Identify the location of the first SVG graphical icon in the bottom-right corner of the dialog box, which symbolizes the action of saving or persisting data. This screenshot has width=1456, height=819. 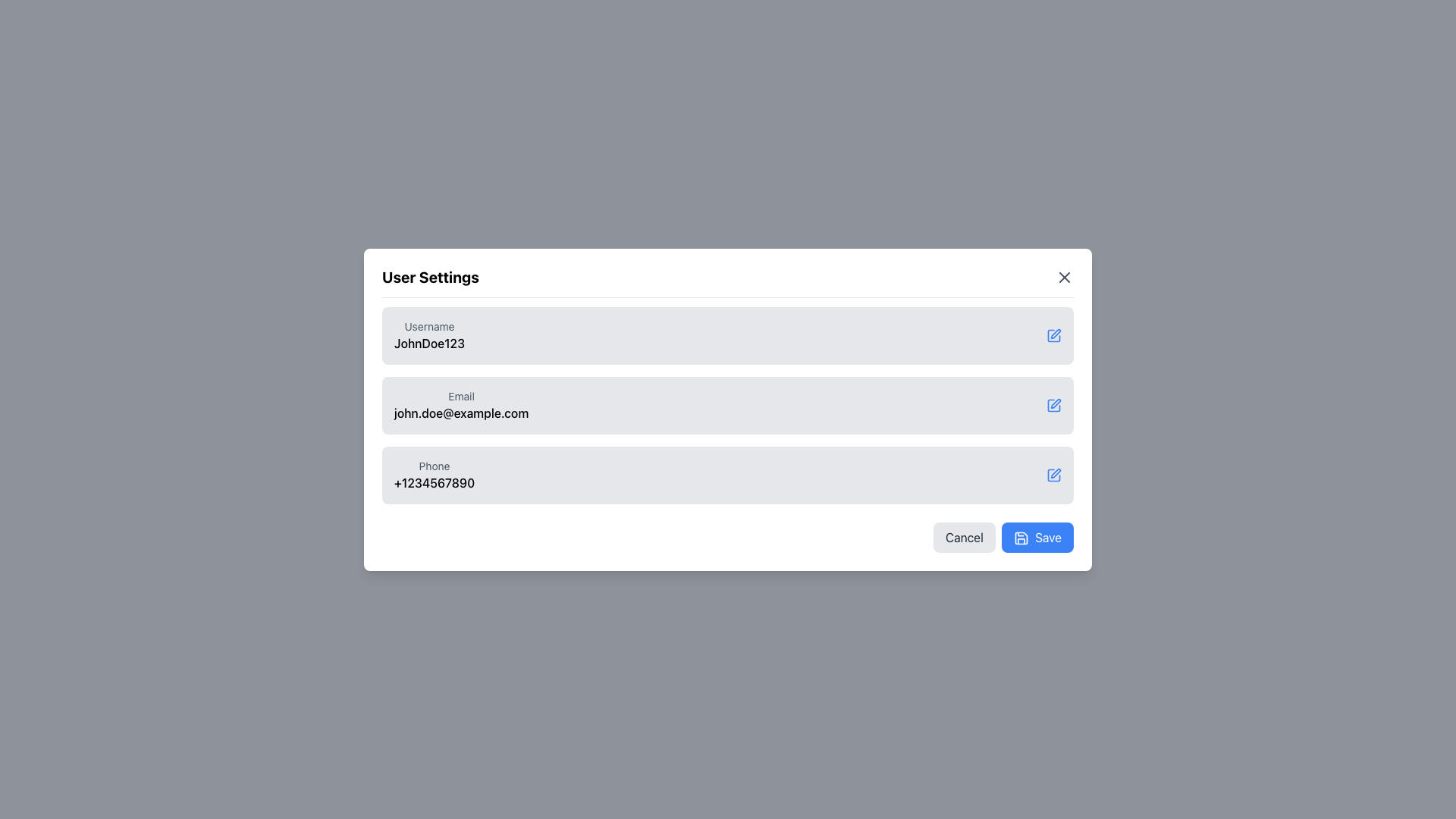
(1021, 538).